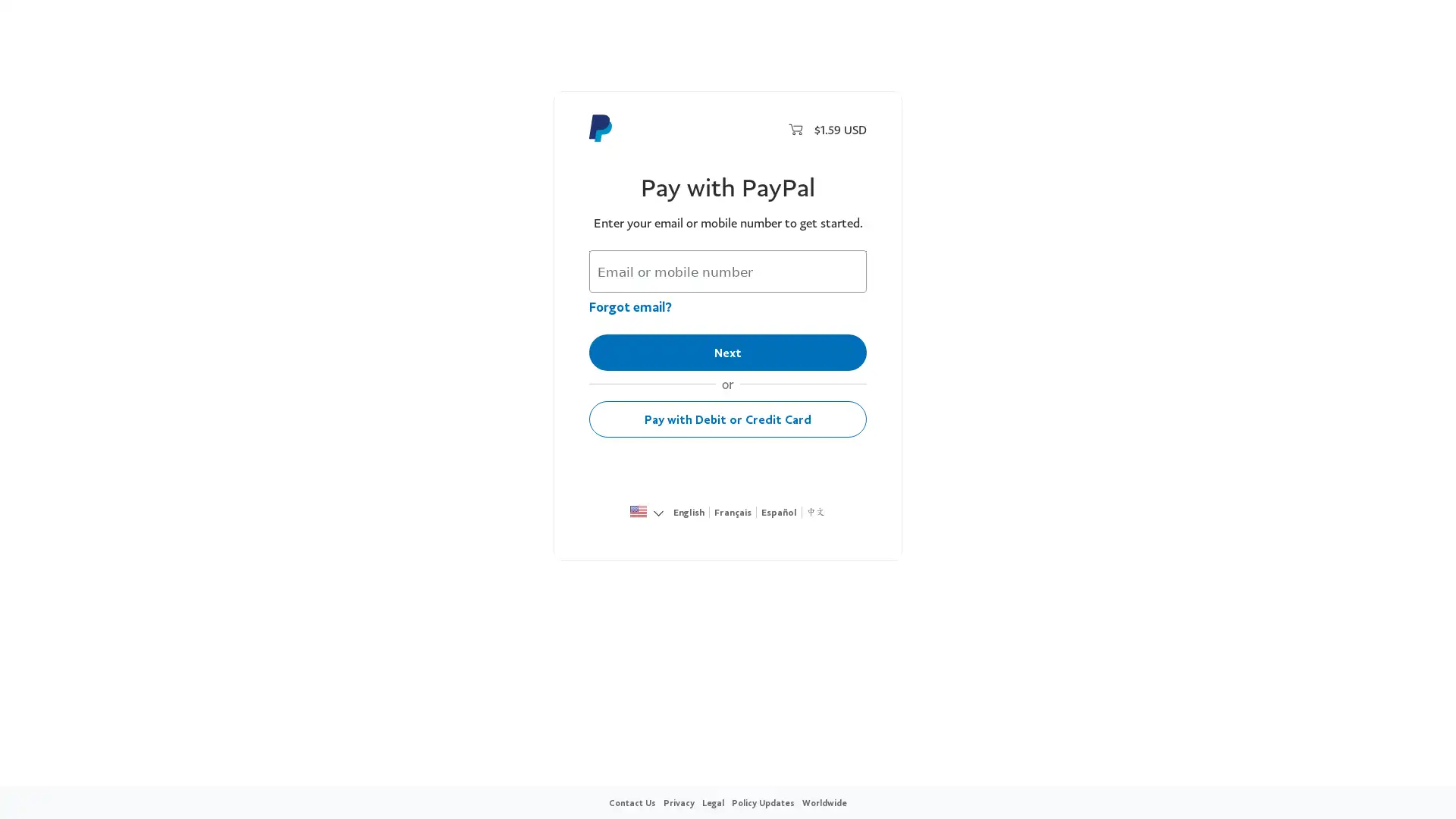 The width and height of the screenshot is (1456, 819). Describe the element at coordinates (728, 353) in the screenshot. I see `Next` at that location.